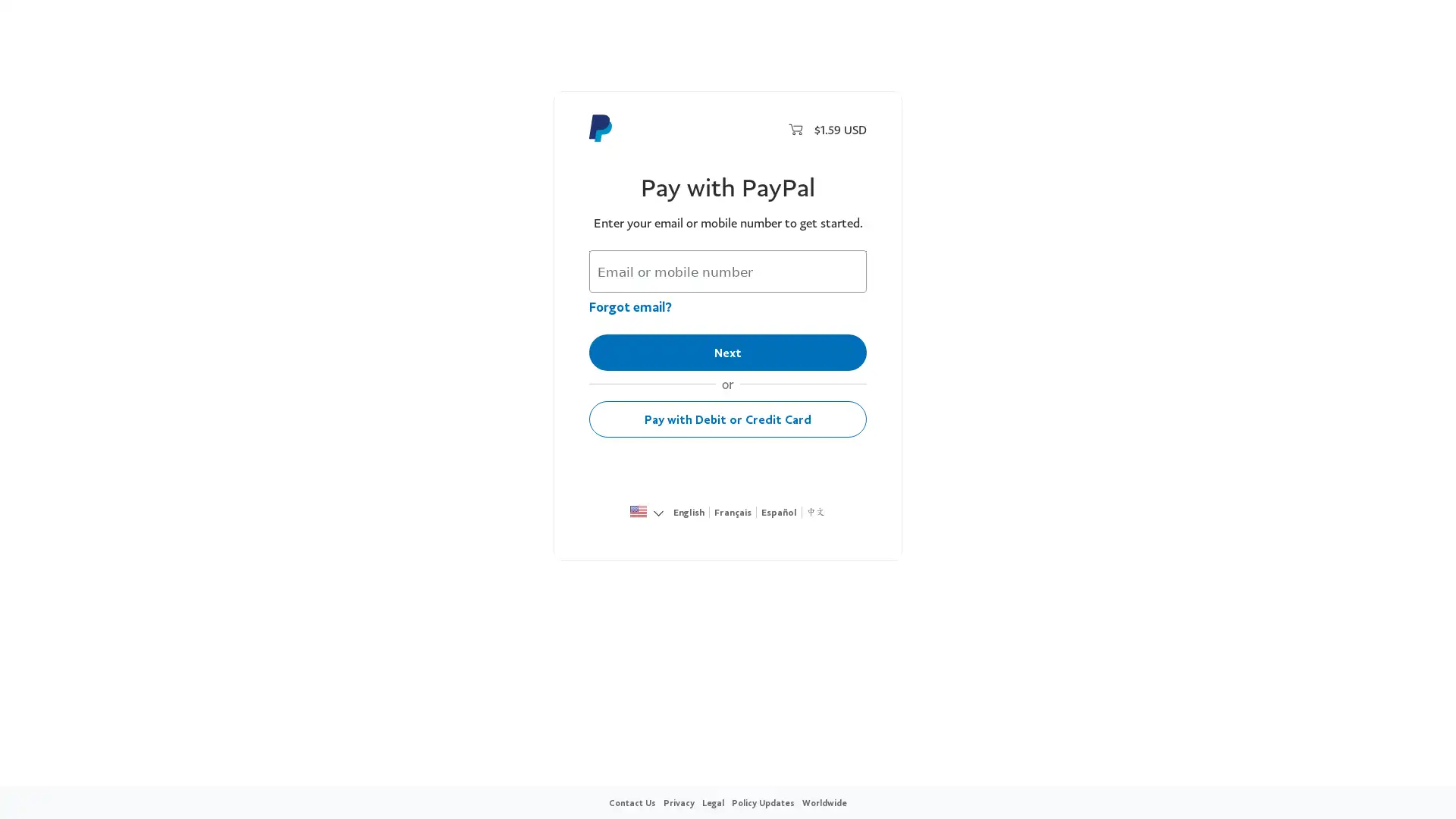 The width and height of the screenshot is (1456, 819). Describe the element at coordinates (728, 353) in the screenshot. I see `Next` at that location.